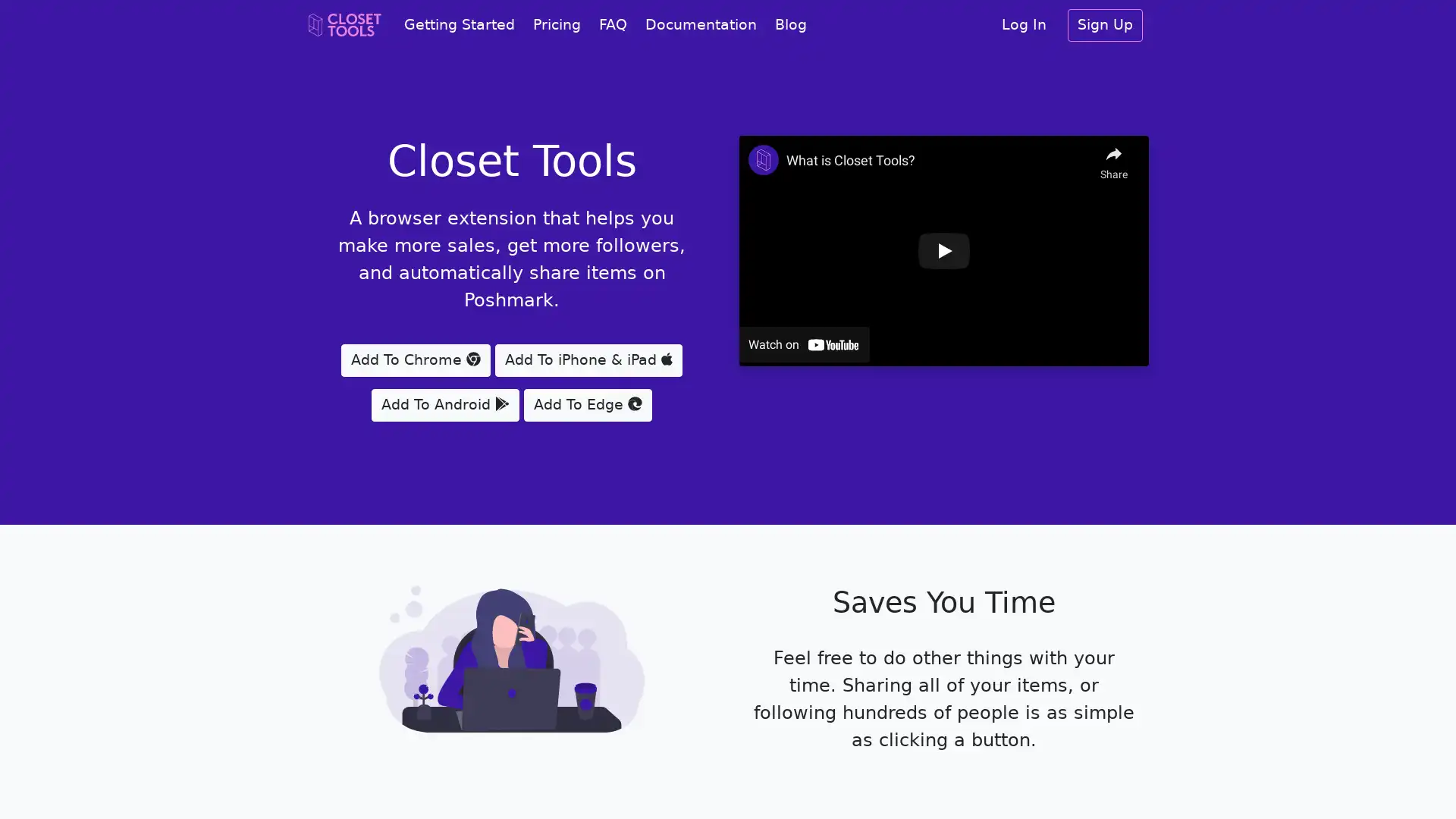 The width and height of the screenshot is (1456, 819). I want to click on Add To Chrome, so click(416, 359).